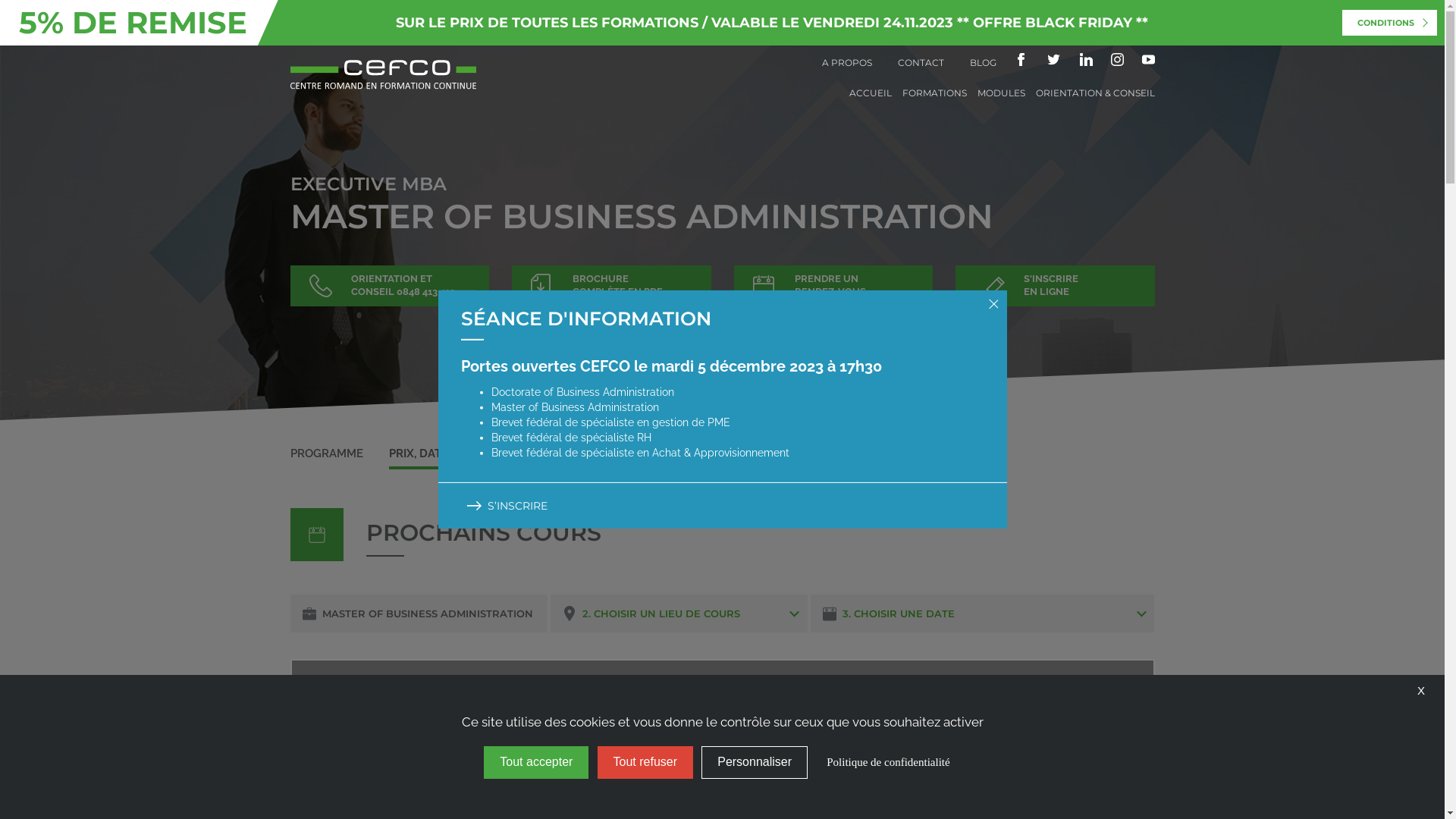  Describe the element at coordinates (645, 762) in the screenshot. I see `'Tout refuser'` at that location.